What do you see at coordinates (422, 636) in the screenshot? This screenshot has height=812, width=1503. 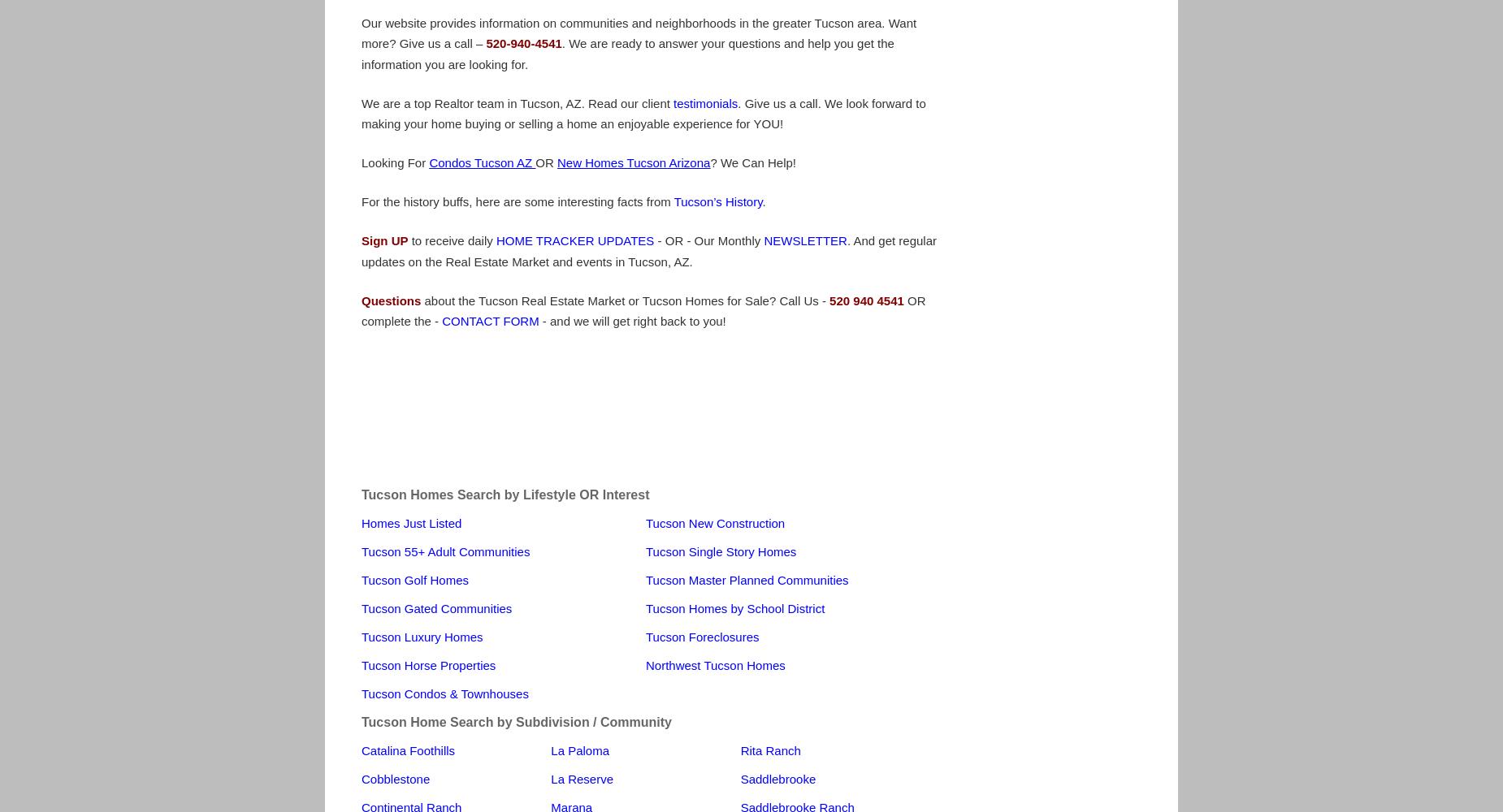 I see `'Tucson Luxury Homes'` at bounding box center [422, 636].